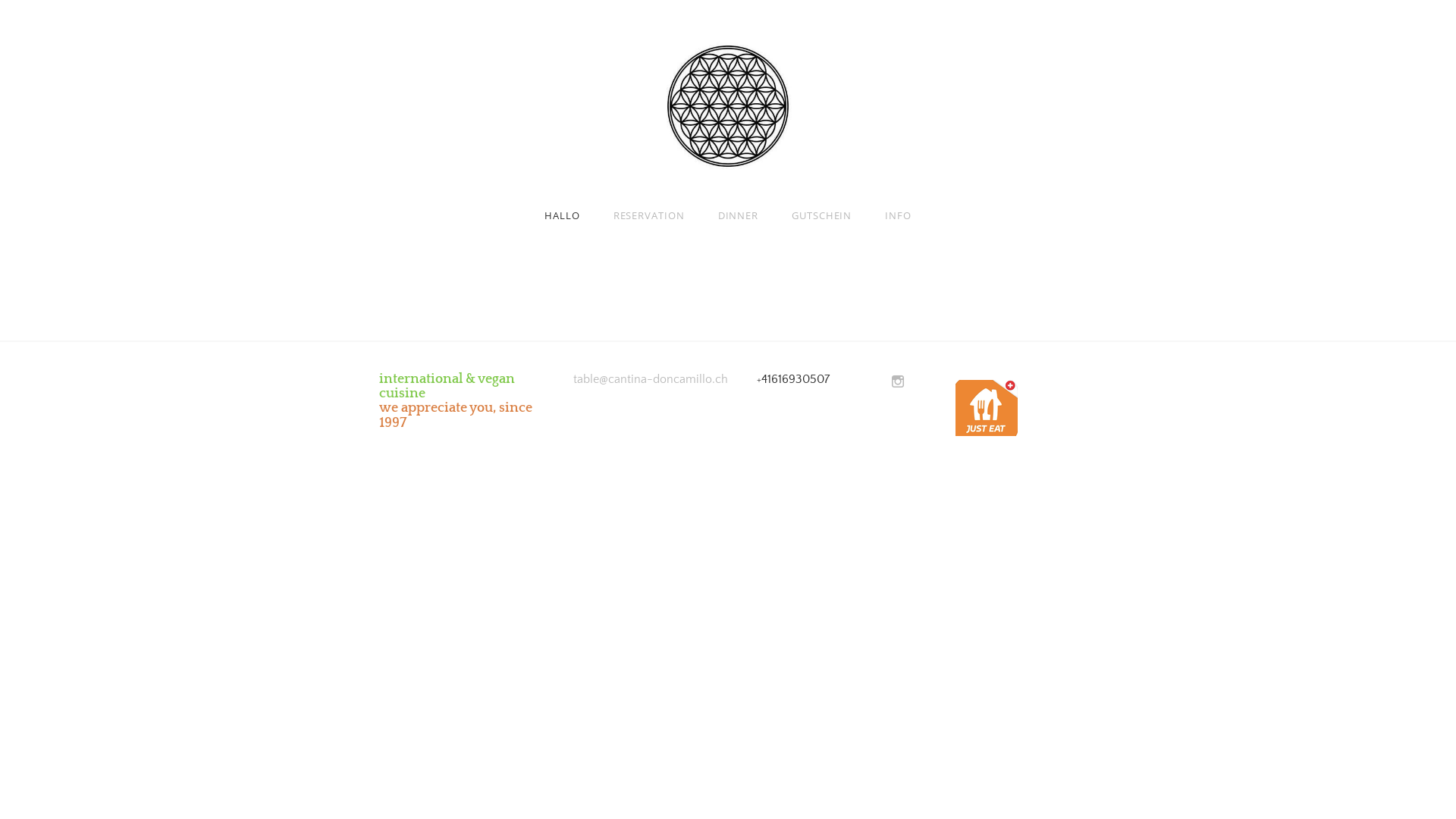  What do you see at coordinates (651, 379) in the screenshot?
I see `'table@cantina-doncamillo.ch'` at bounding box center [651, 379].